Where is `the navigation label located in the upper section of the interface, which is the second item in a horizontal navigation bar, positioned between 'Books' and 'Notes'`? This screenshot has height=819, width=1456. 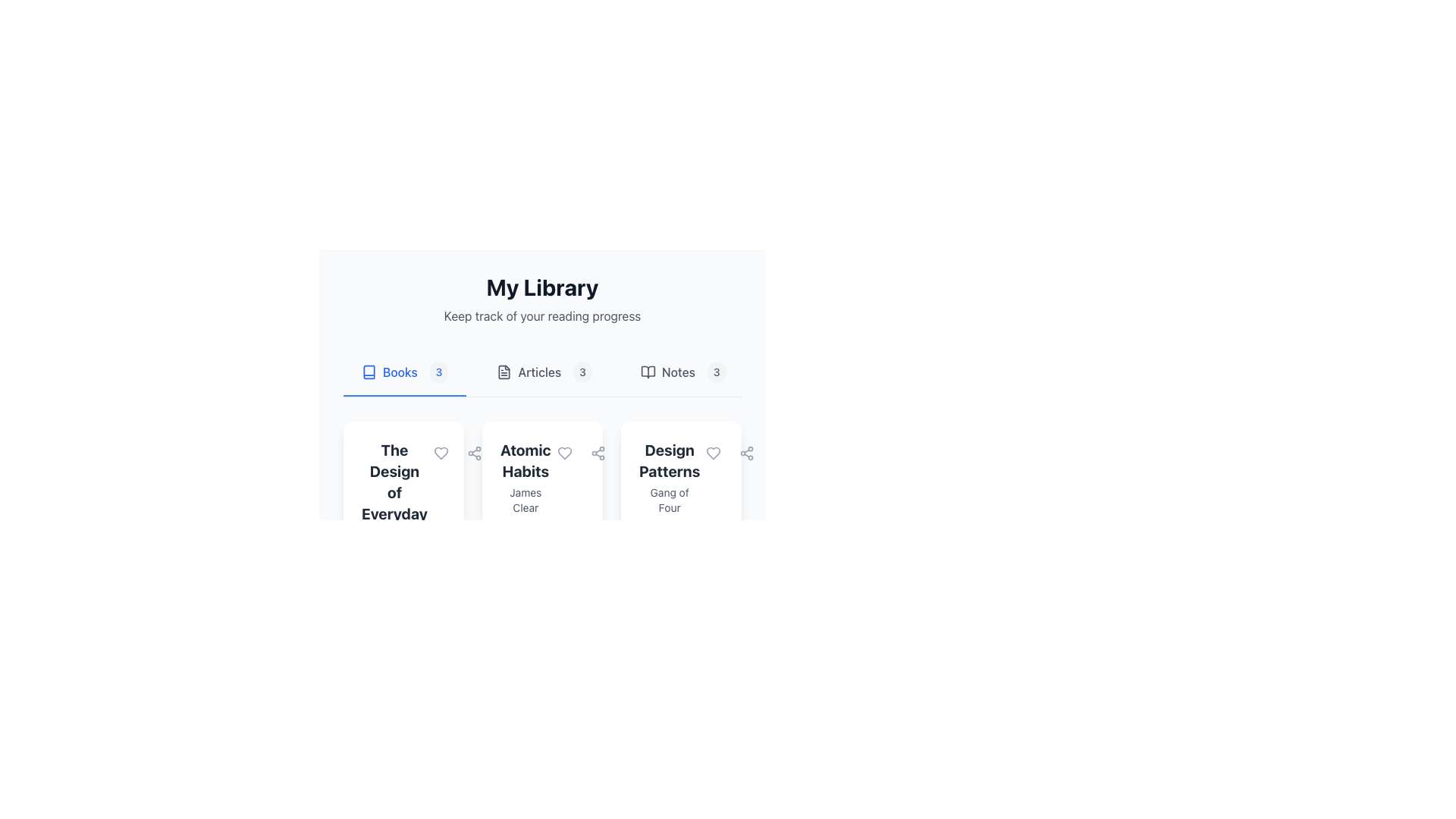
the navigation label located in the upper section of the interface, which is the second item in a horizontal navigation bar, positioned between 'Books' and 'Notes' is located at coordinates (539, 372).